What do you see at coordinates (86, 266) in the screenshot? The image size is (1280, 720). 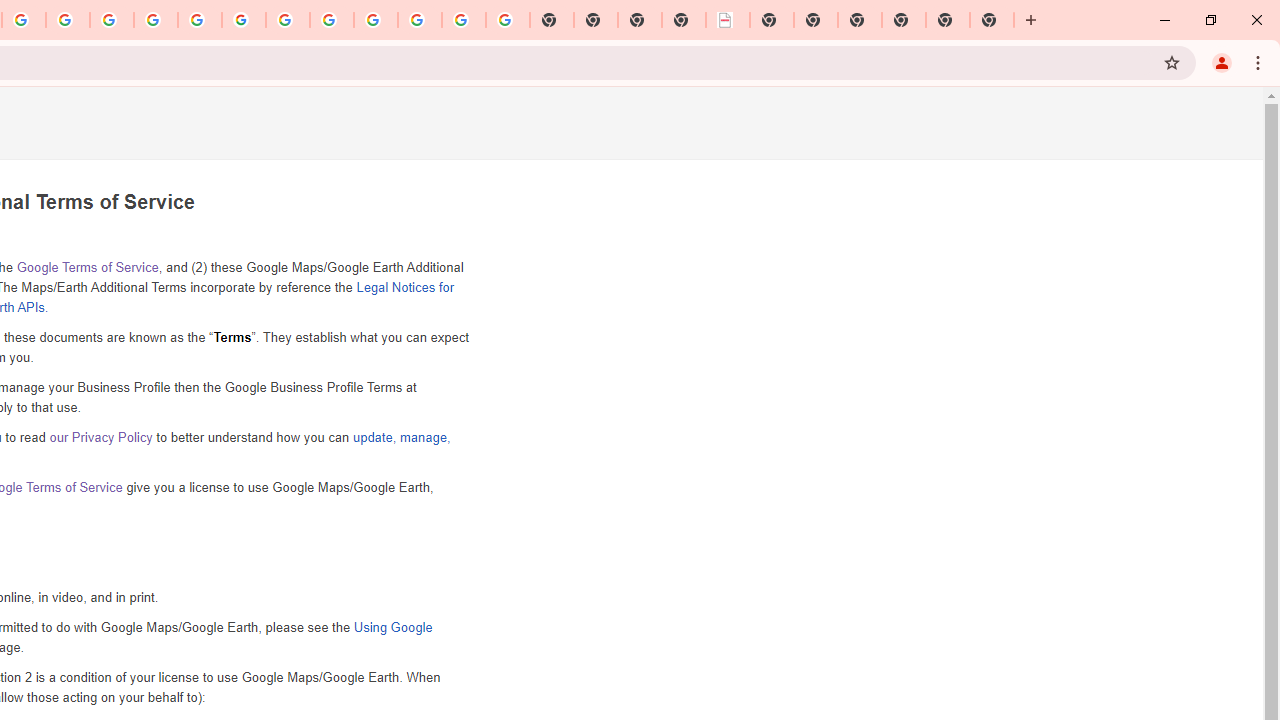 I see `'Google Terms of Service'` at bounding box center [86, 266].